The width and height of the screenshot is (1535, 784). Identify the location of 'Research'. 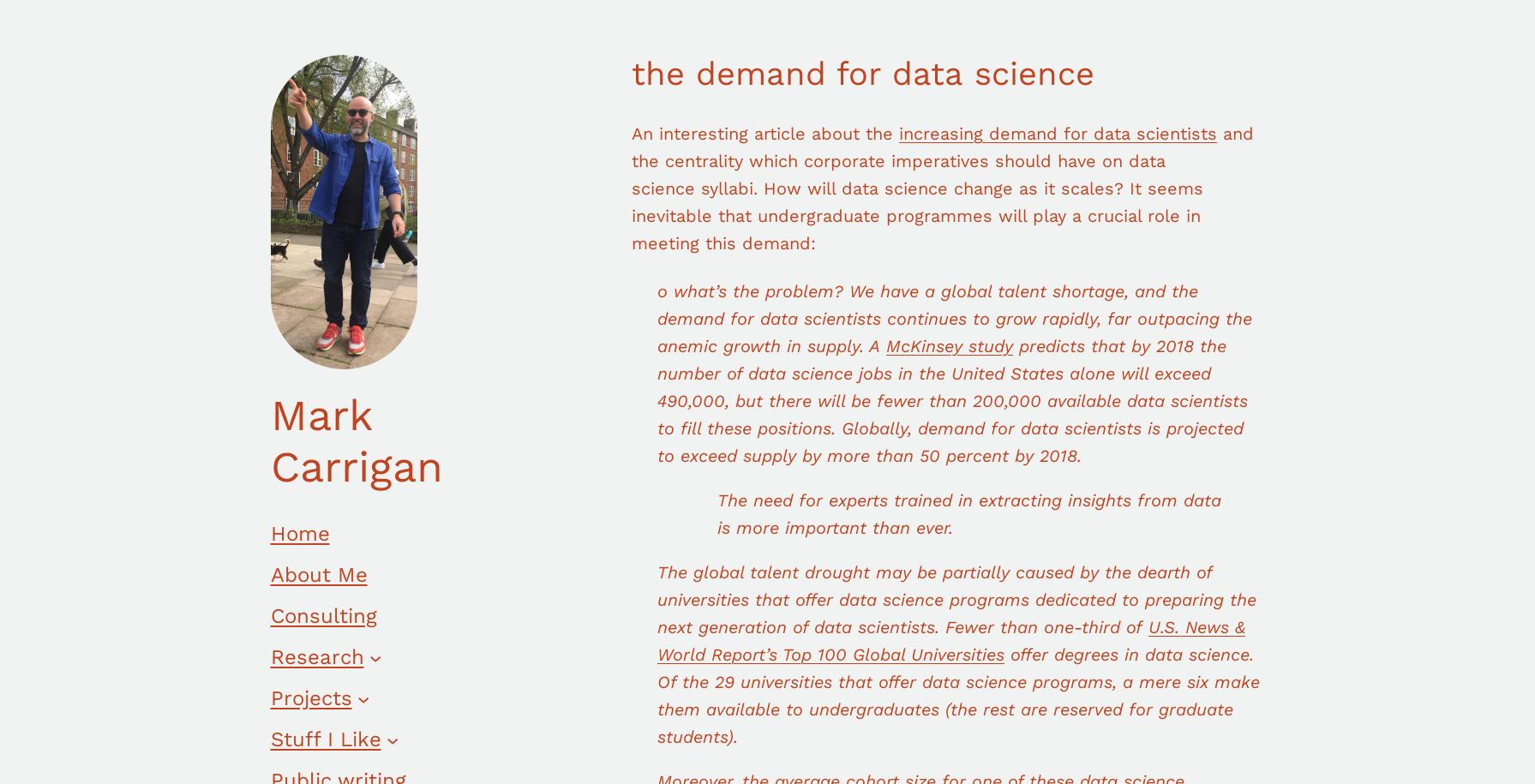
(316, 656).